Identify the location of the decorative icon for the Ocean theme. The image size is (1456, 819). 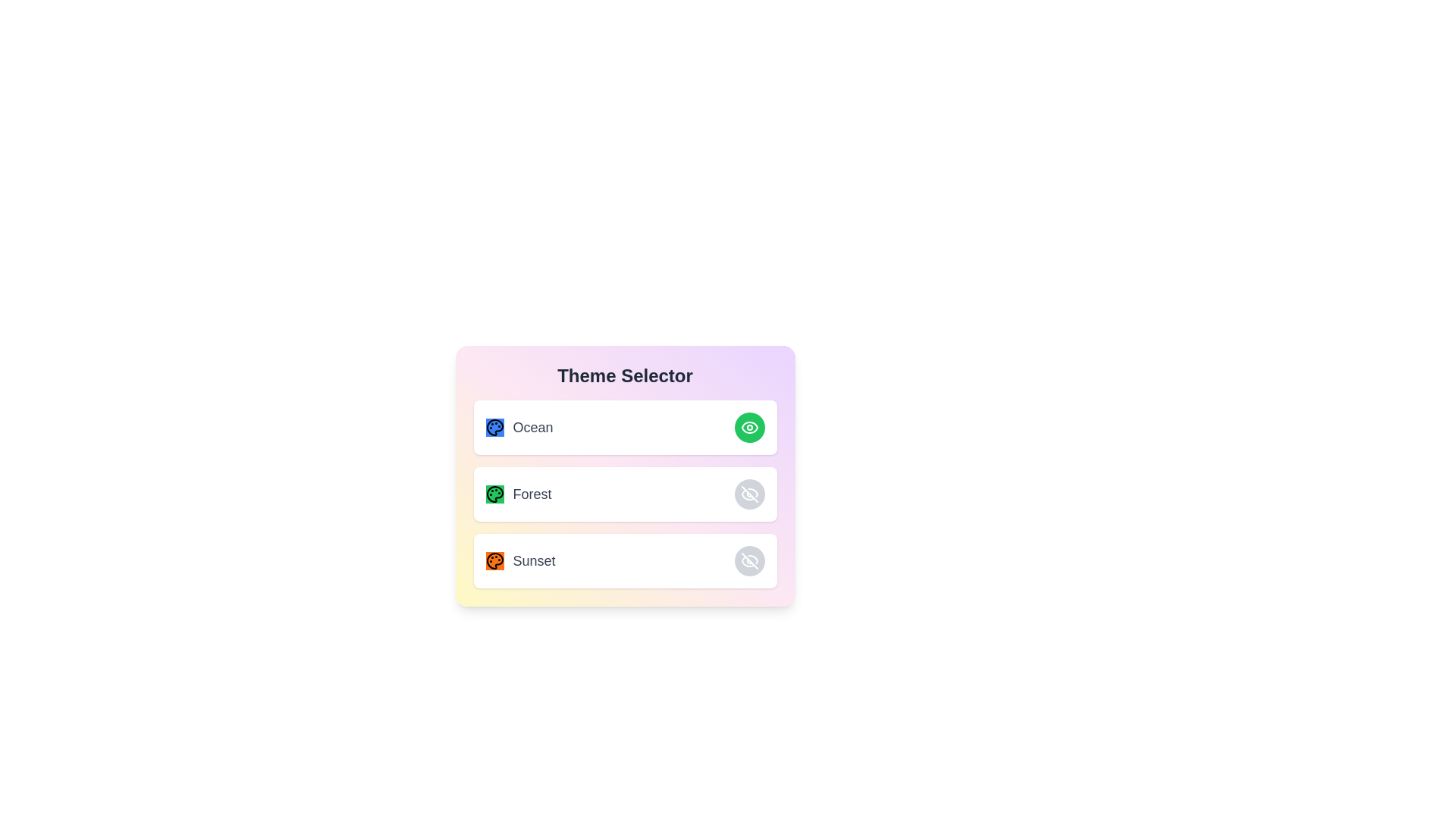
(494, 427).